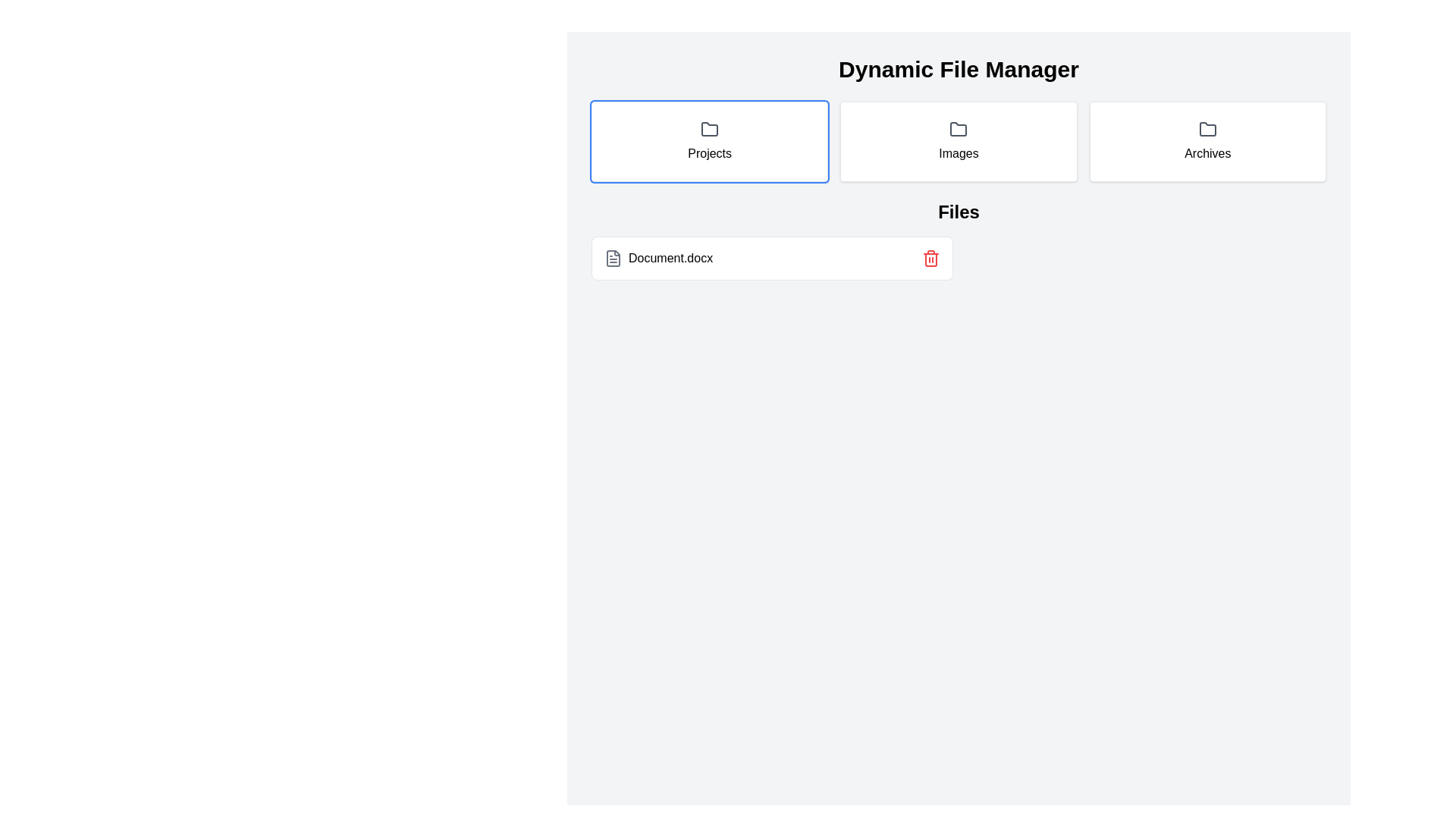 The width and height of the screenshot is (1456, 819). What do you see at coordinates (709, 154) in the screenshot?
I see `the 'Projects' text label located underneath the folder icon in the first column of the top row of cards` at bounding box center [709, 154].